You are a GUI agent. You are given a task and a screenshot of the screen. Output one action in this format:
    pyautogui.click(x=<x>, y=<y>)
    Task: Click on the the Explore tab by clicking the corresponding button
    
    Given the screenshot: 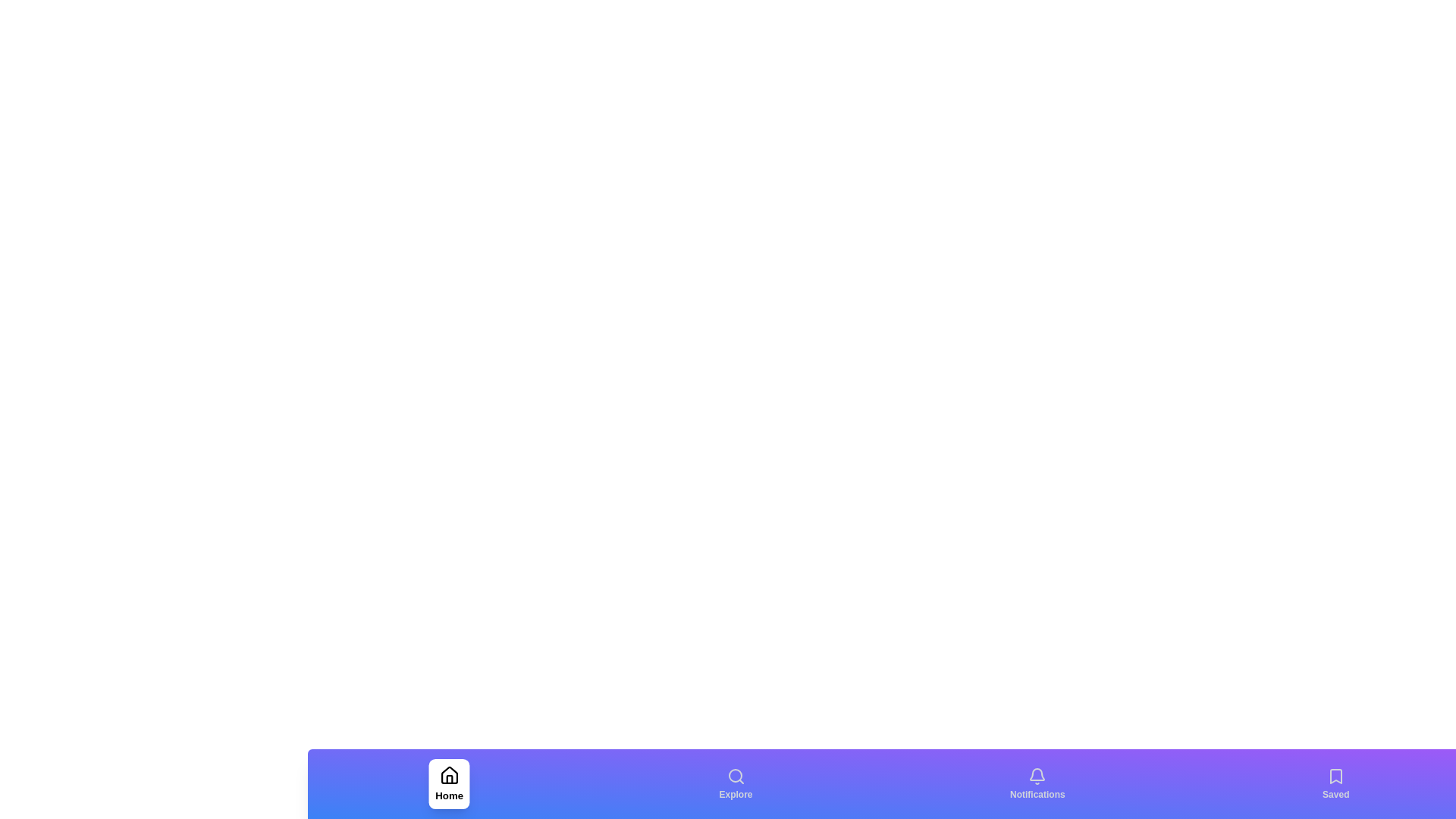 What is the action you would take?
    pyautogui.click(x=735, y=783)
    